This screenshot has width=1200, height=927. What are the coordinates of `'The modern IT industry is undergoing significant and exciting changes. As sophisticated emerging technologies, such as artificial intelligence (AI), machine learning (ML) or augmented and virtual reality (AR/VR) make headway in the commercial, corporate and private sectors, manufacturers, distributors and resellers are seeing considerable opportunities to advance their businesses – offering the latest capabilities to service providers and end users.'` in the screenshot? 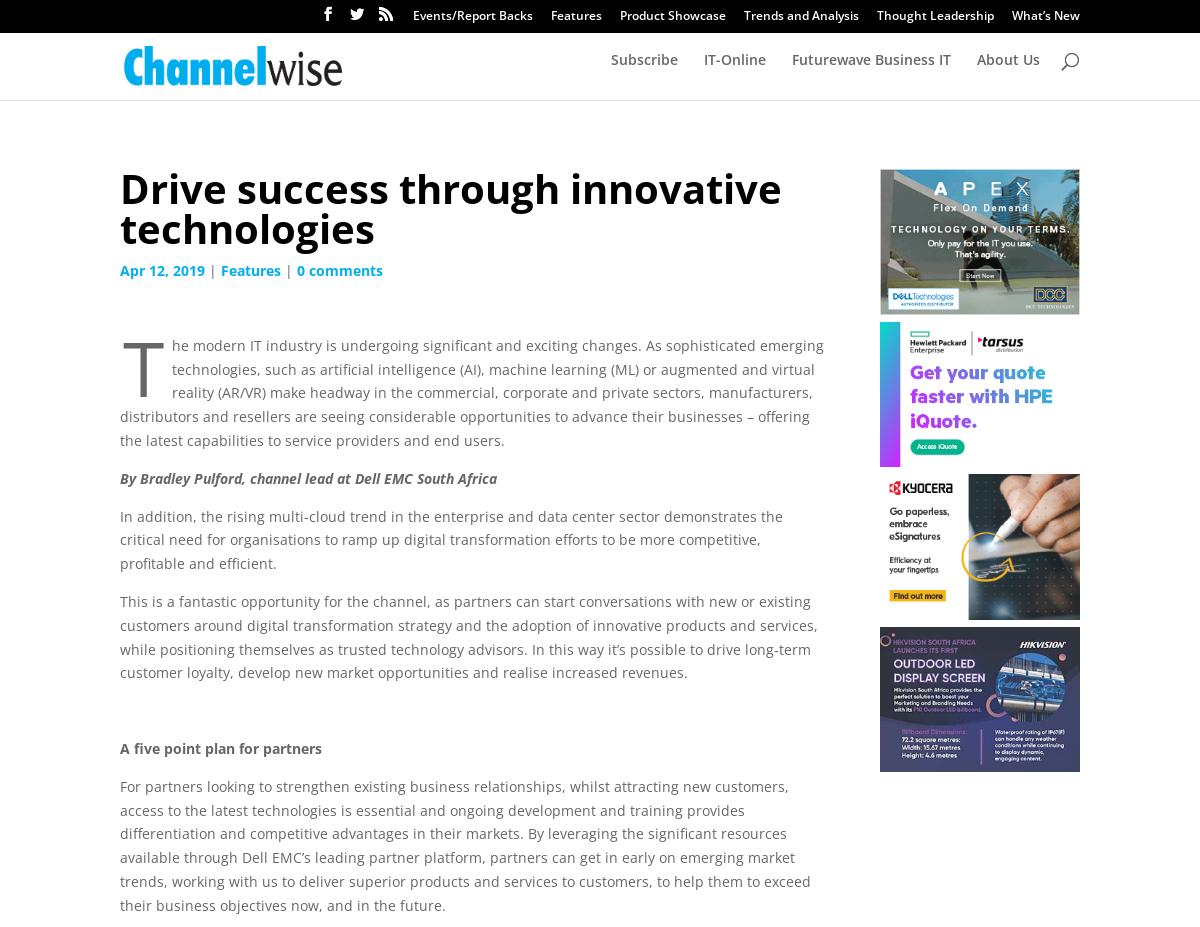 It's located at (470, 381).